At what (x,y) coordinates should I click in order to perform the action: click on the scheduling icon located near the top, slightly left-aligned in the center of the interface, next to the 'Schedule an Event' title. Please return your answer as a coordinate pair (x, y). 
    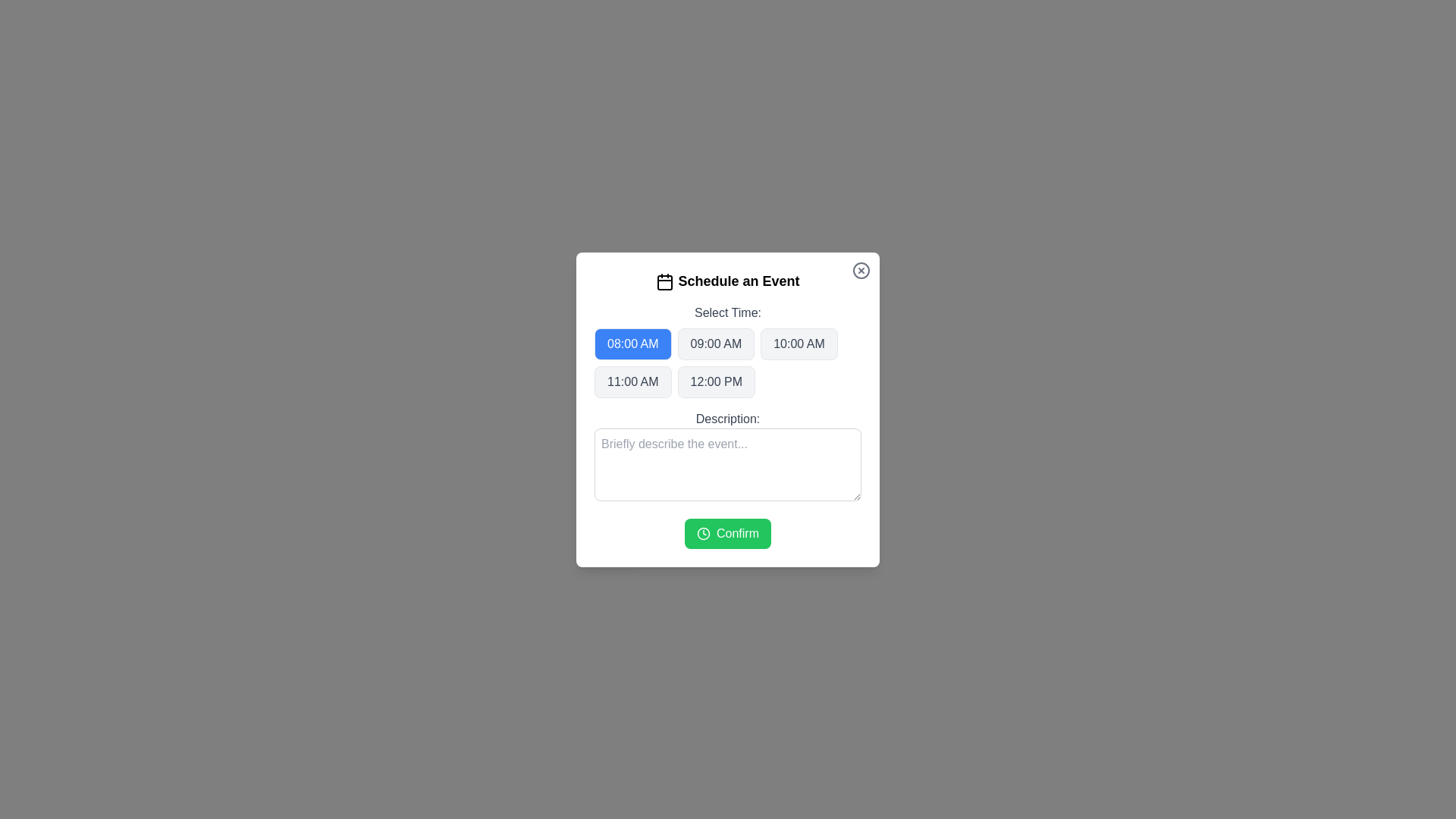
    Looking at the image, I should click on (665, 282).